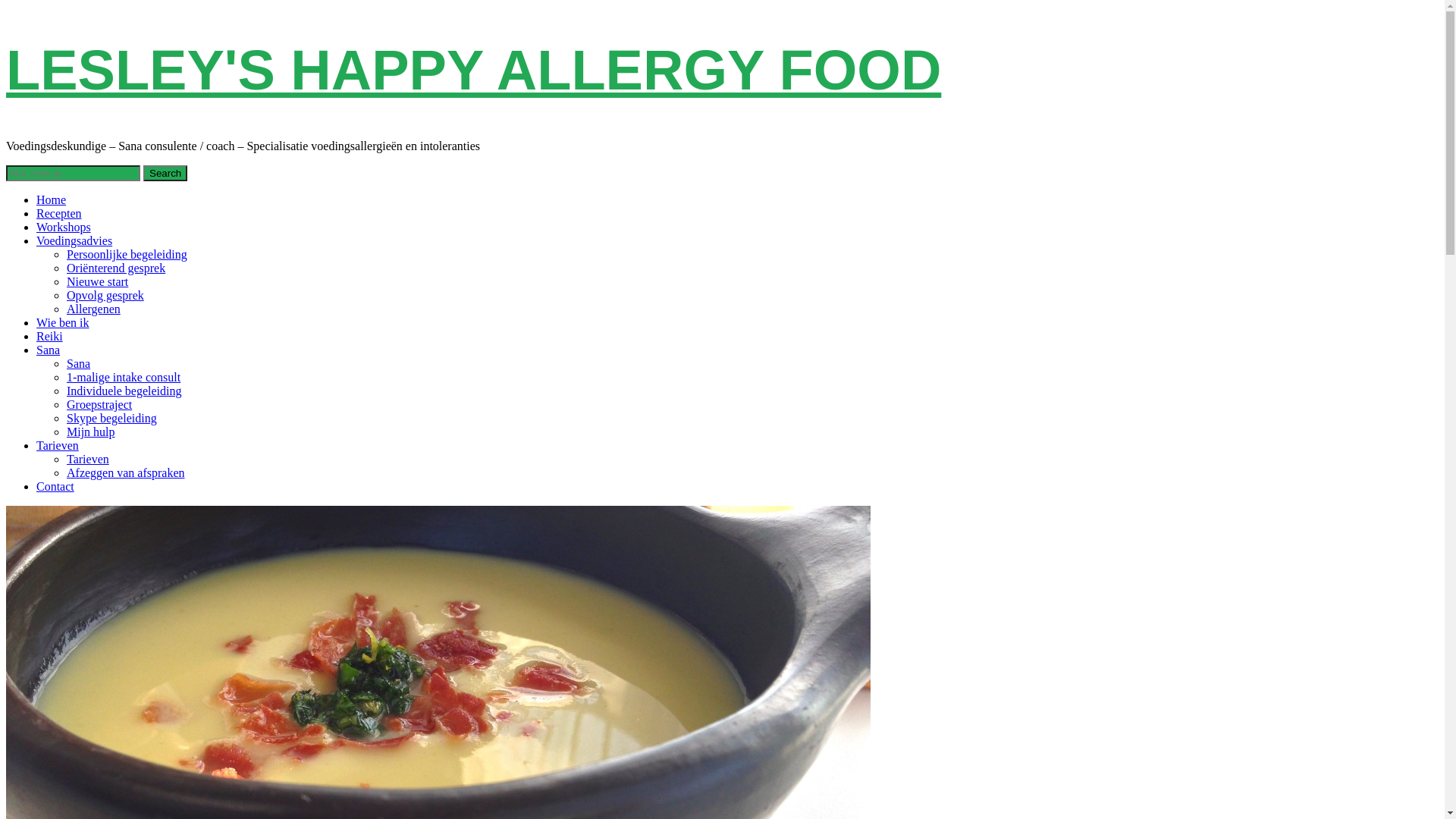  What do you see at coordinates (165, 172) in the screenshot?
I see `'Search'` at bounding box center [165, 172].